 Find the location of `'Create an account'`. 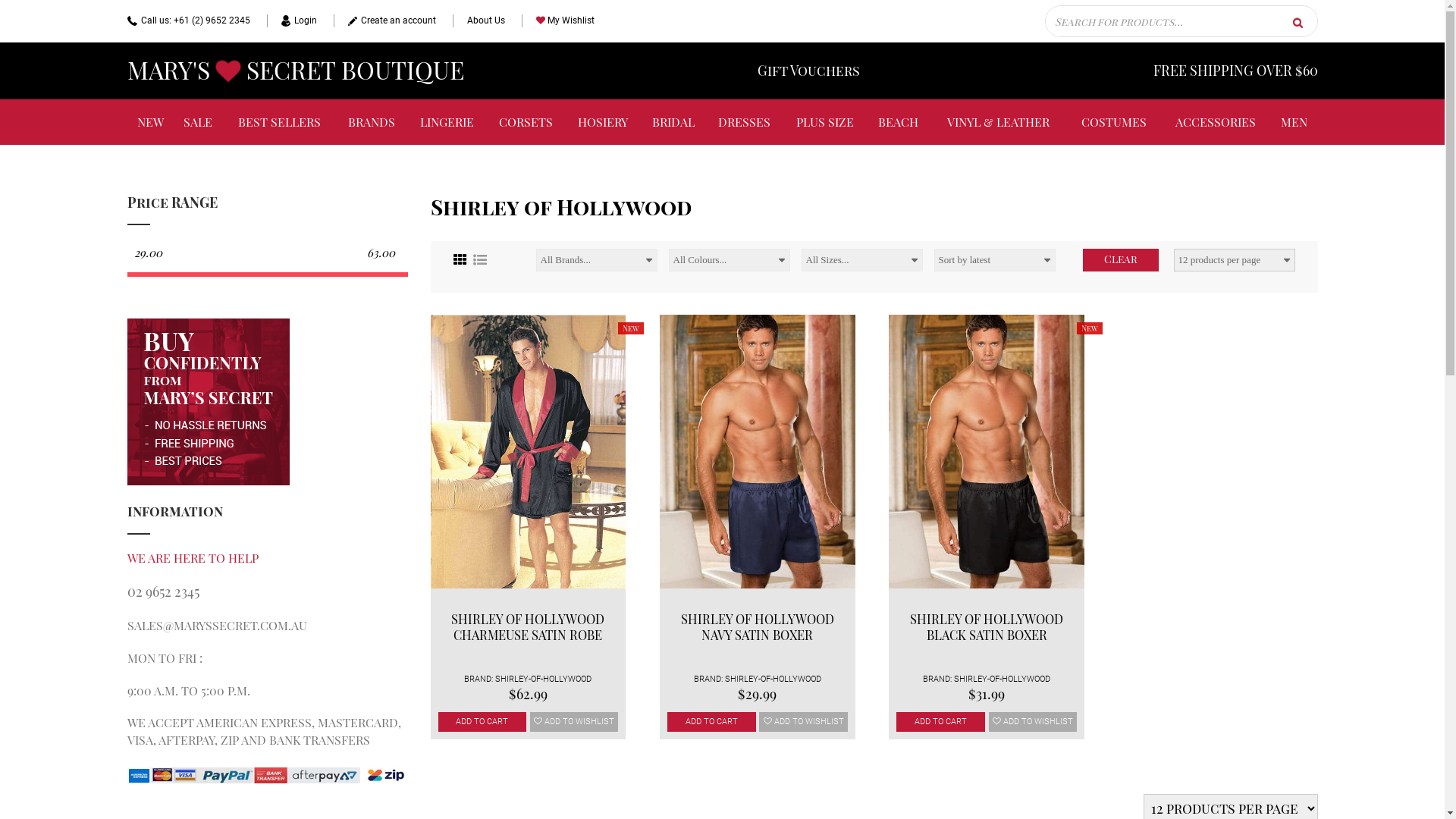

'Create an account' is located at coordinates (384, 20).